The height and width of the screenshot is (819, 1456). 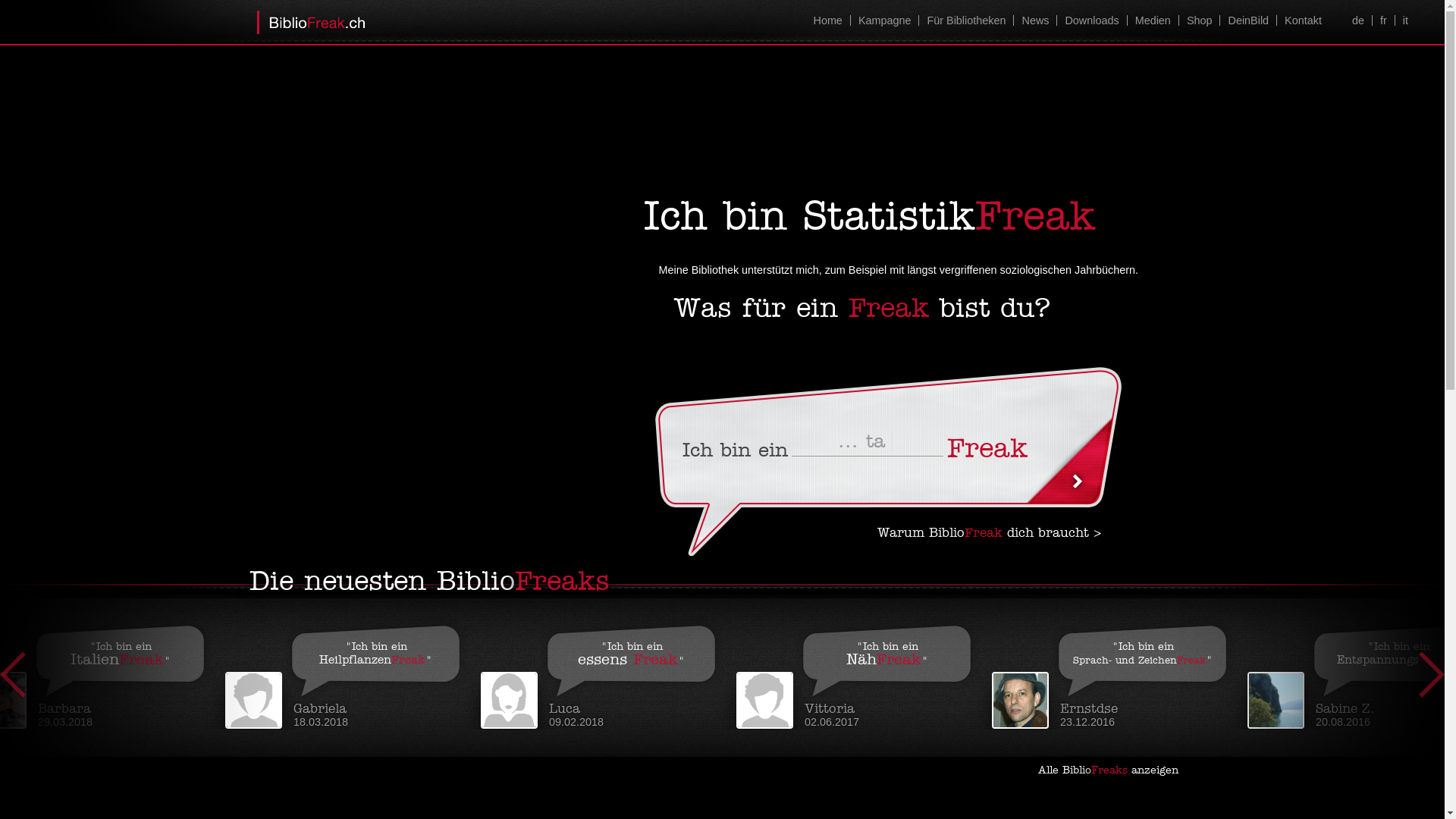 What do you see at coordinates (1247, 20) in the screenshot?
I see `'DeinBild'` at bounding box center [1247, 20].